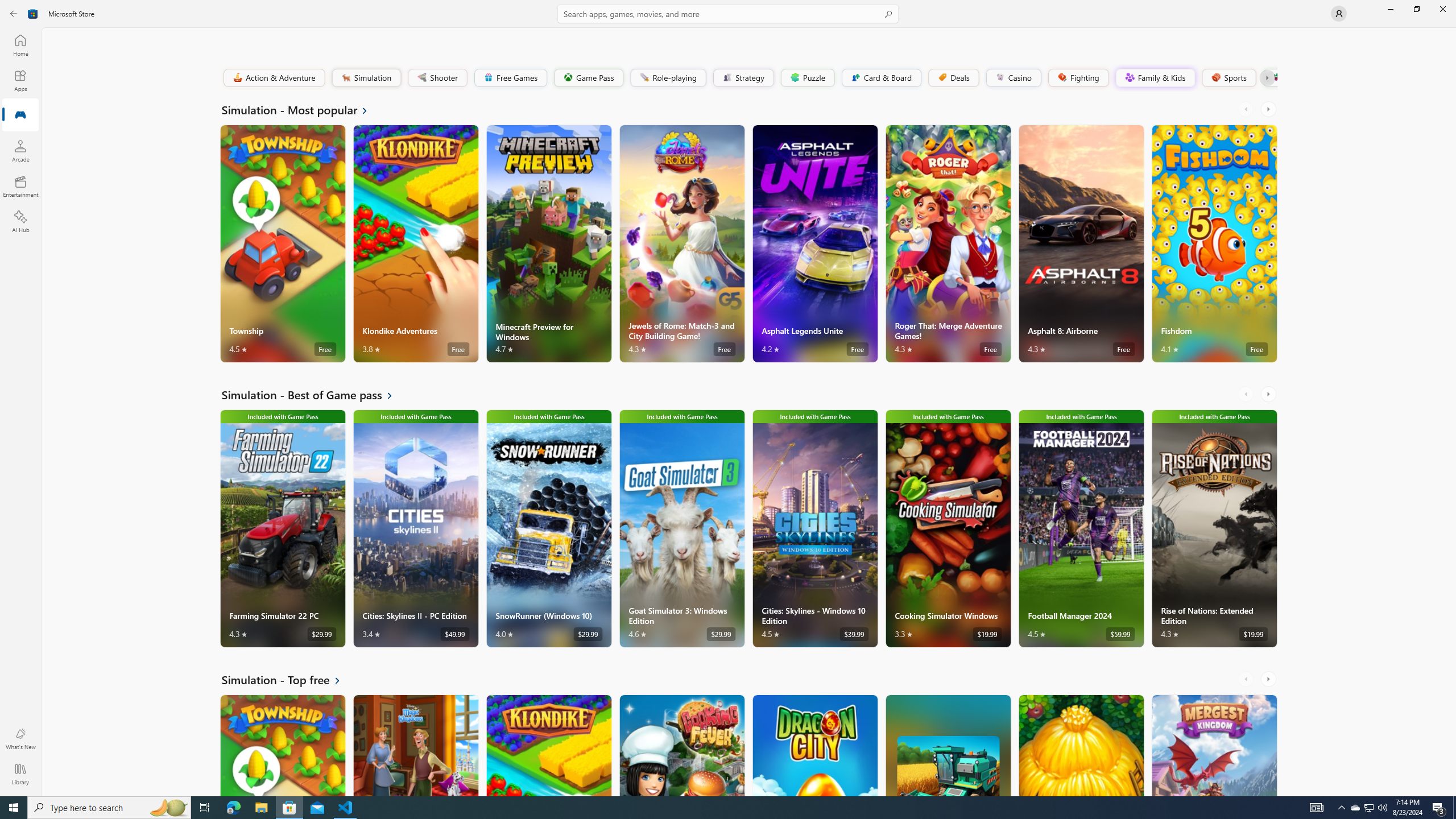 Image resolution: width=1456 pixels, height=819 pixels. I want to click on 'Gaming', so click(19, 115).